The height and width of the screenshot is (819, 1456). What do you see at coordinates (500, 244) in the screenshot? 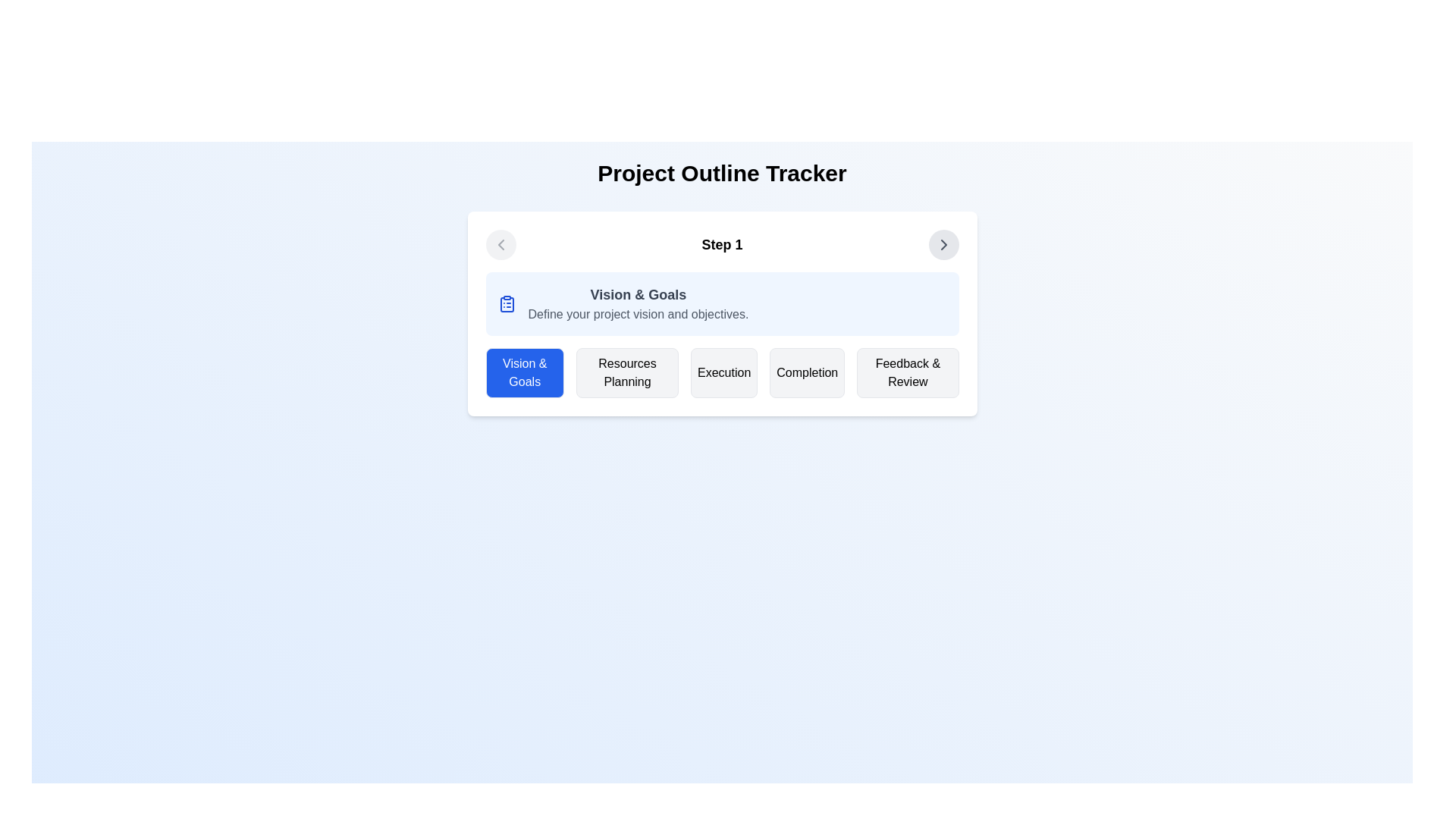
I see `the gray-stroked left-facing chevron icon within the circular button in the top left corner of the 'Project Outline Tracker' interface, adjacent to the 'Step 1' title` at bounding box center [500, 244].